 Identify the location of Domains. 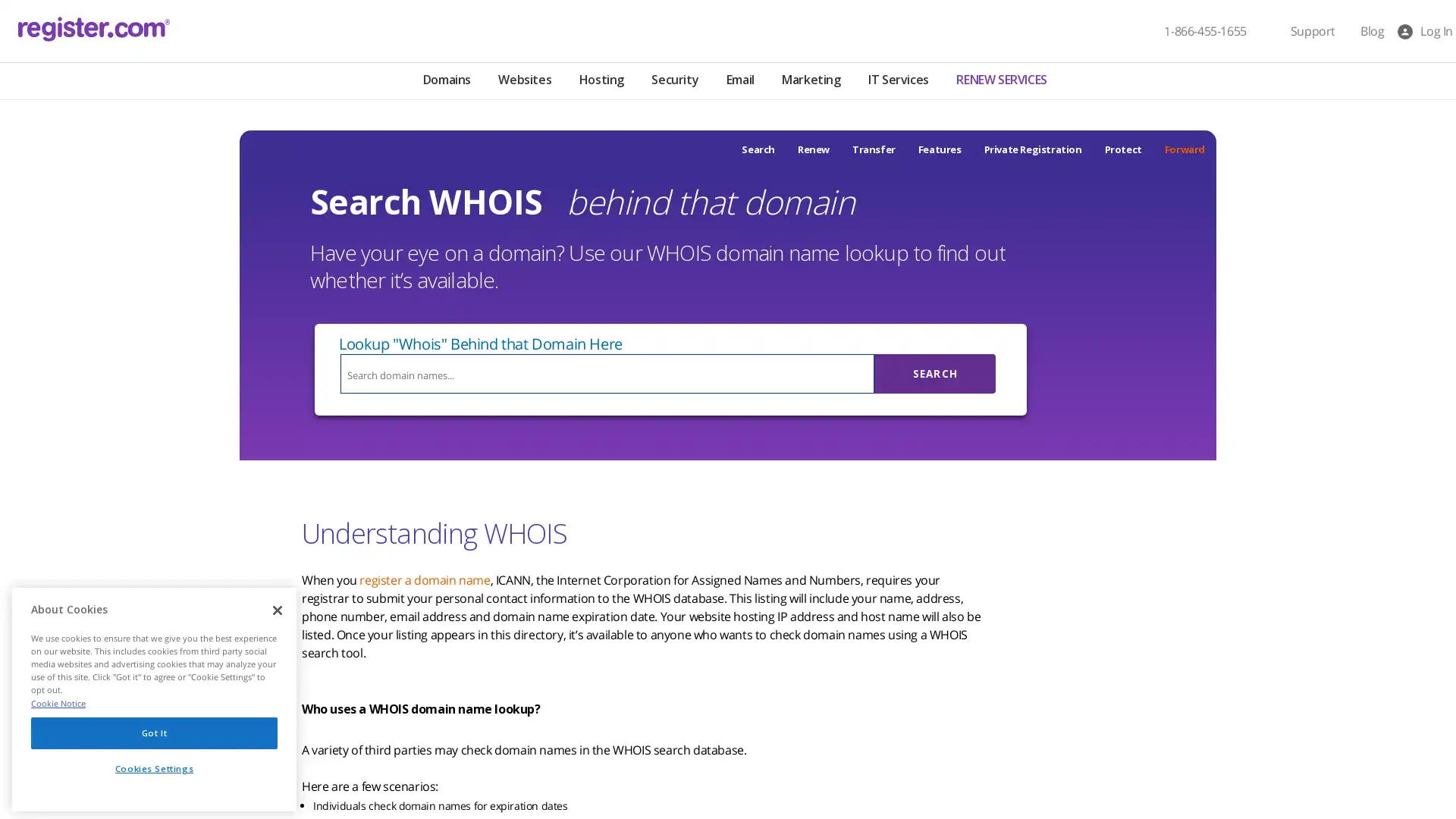
(445, 81).